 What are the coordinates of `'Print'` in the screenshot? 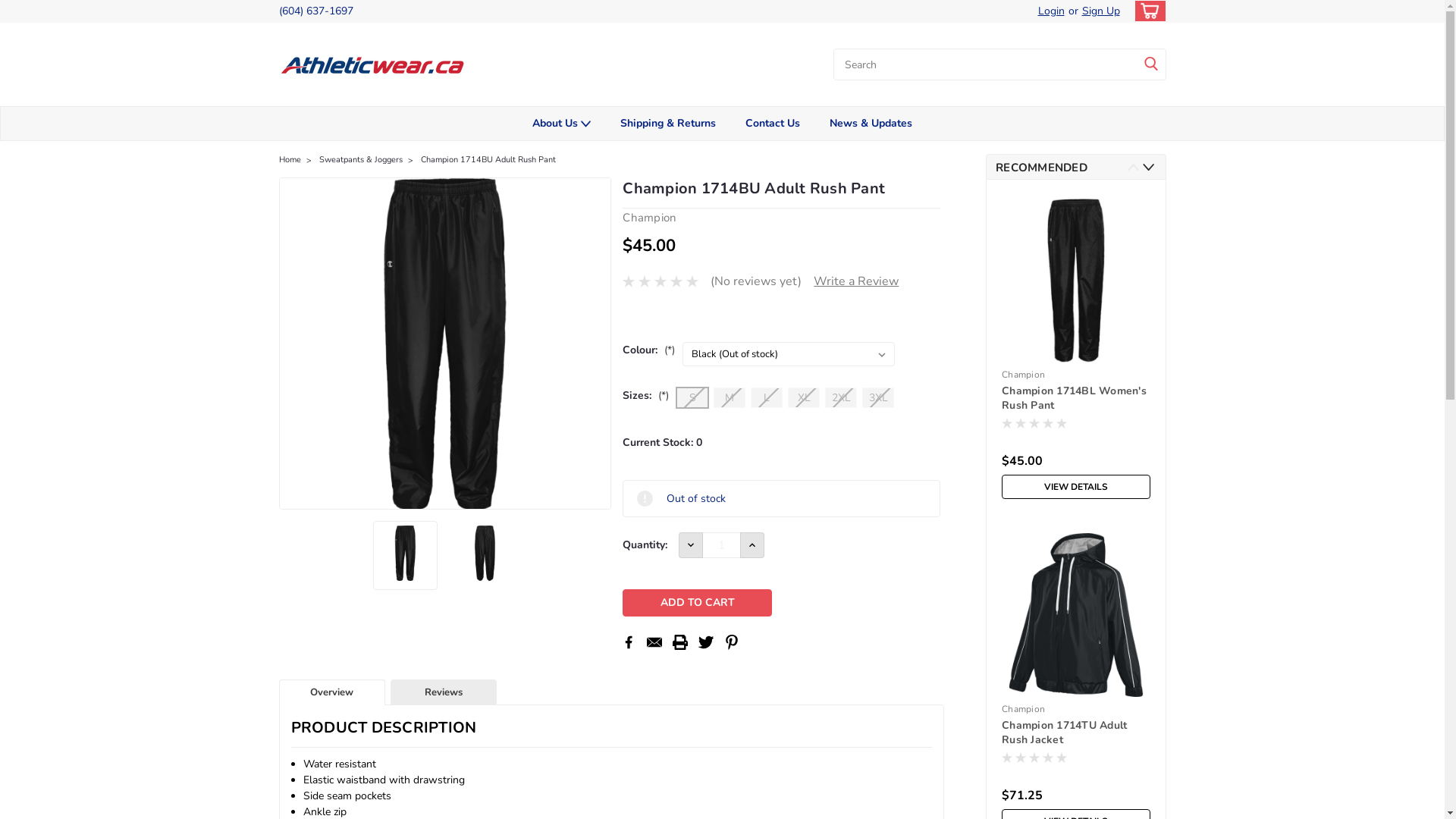 It's located at (679, 642).